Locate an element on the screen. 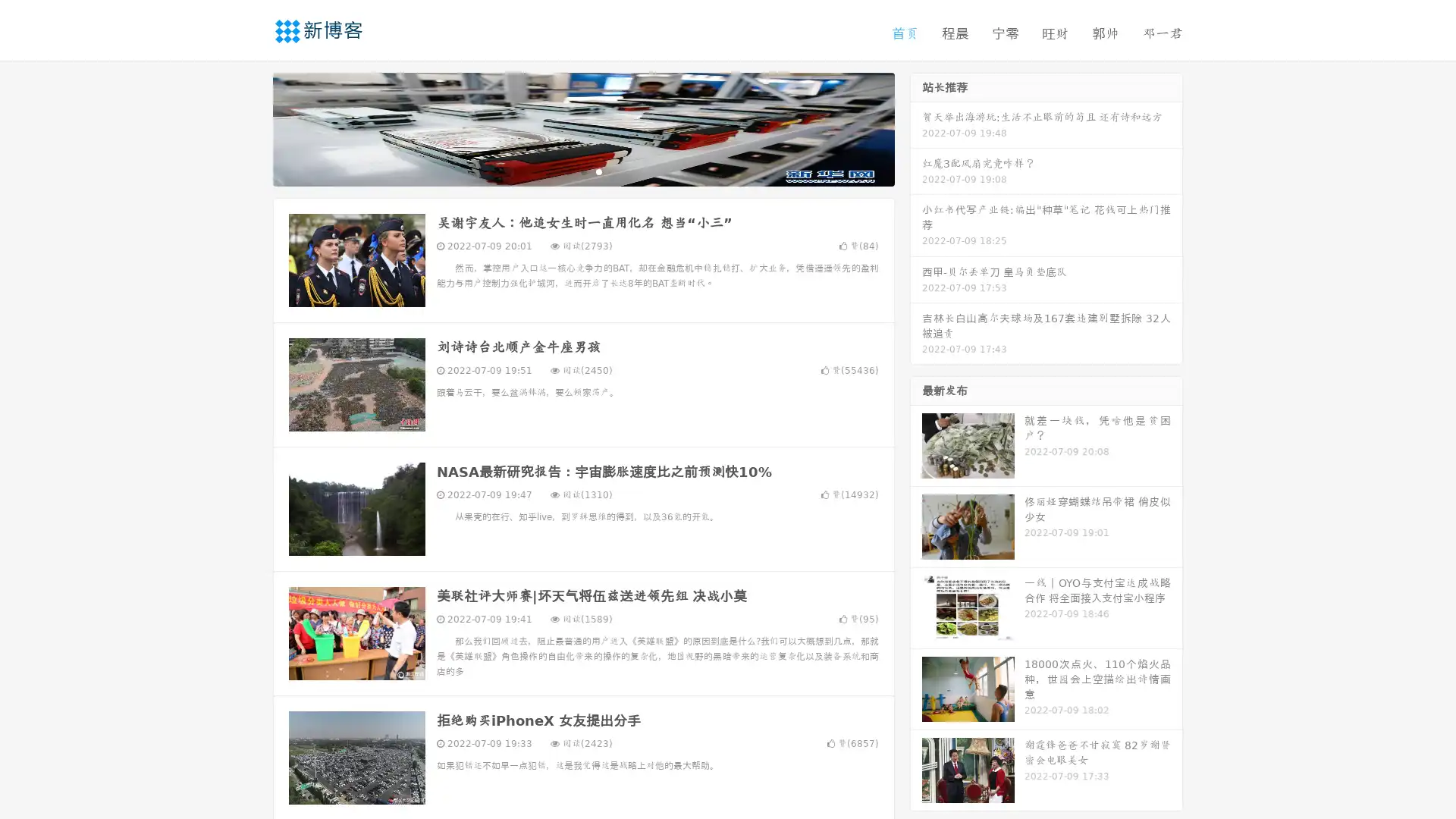 Image resolution: width=1456 pixels, height=819 pixels. Go to slide 1 is located at coordinates (567, 171).